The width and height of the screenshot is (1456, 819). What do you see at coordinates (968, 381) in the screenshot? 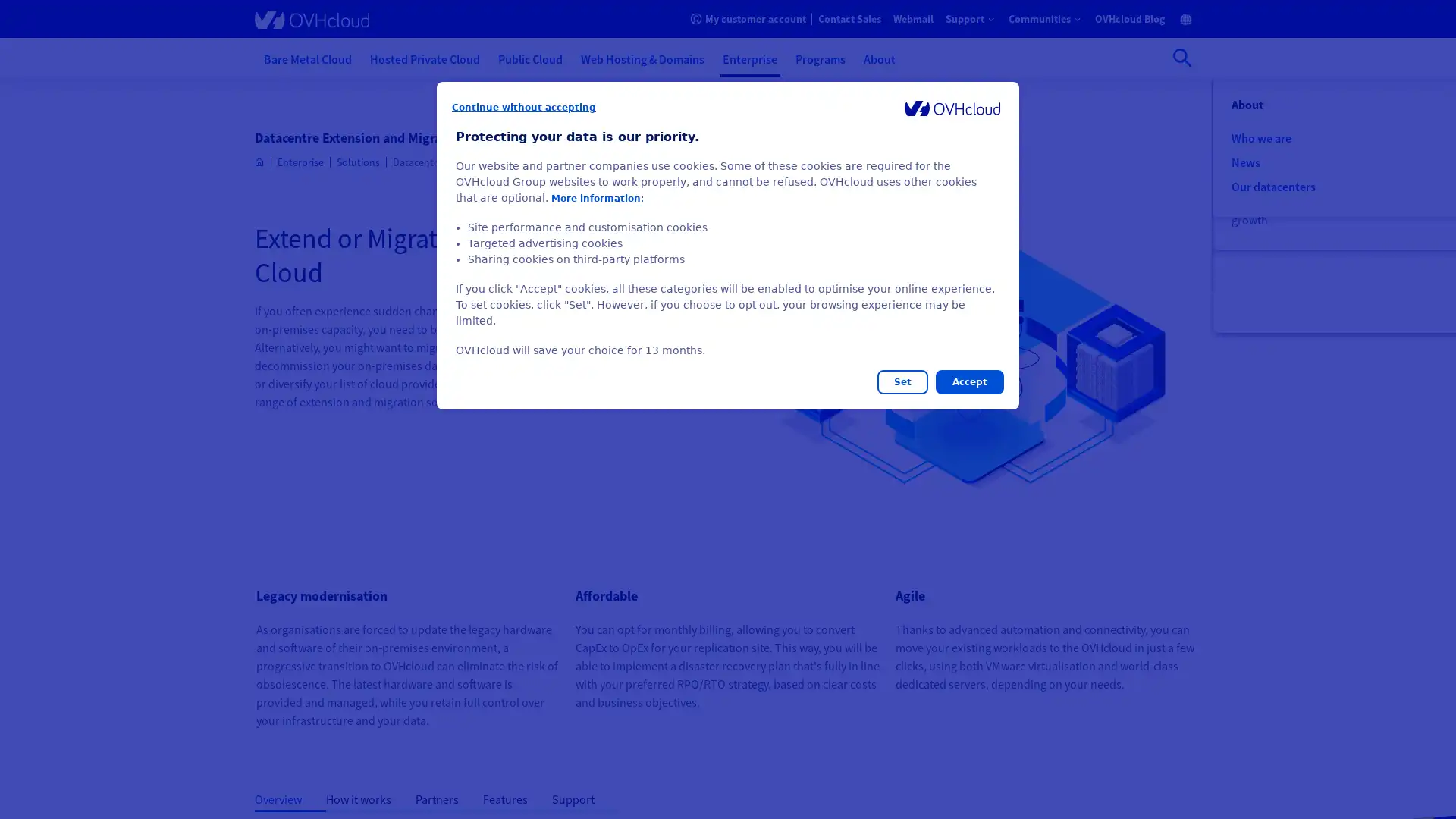
I see `Accept` at bounding box center [968, 381].